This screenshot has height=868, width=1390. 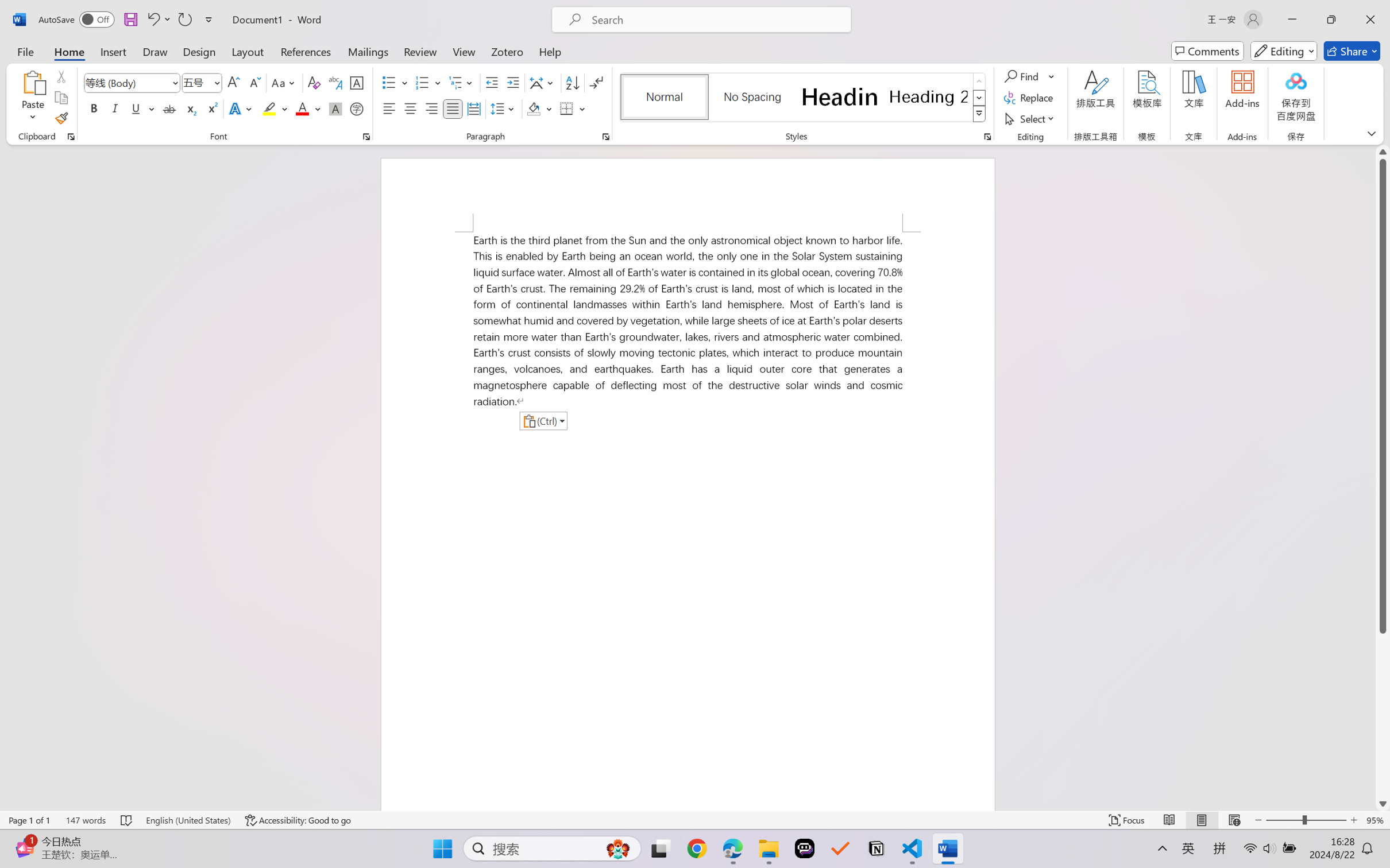 What do you see at coordinates (1031, 119) in the screenshot?
I see `'Select'` at bounding box center [1031, 119].